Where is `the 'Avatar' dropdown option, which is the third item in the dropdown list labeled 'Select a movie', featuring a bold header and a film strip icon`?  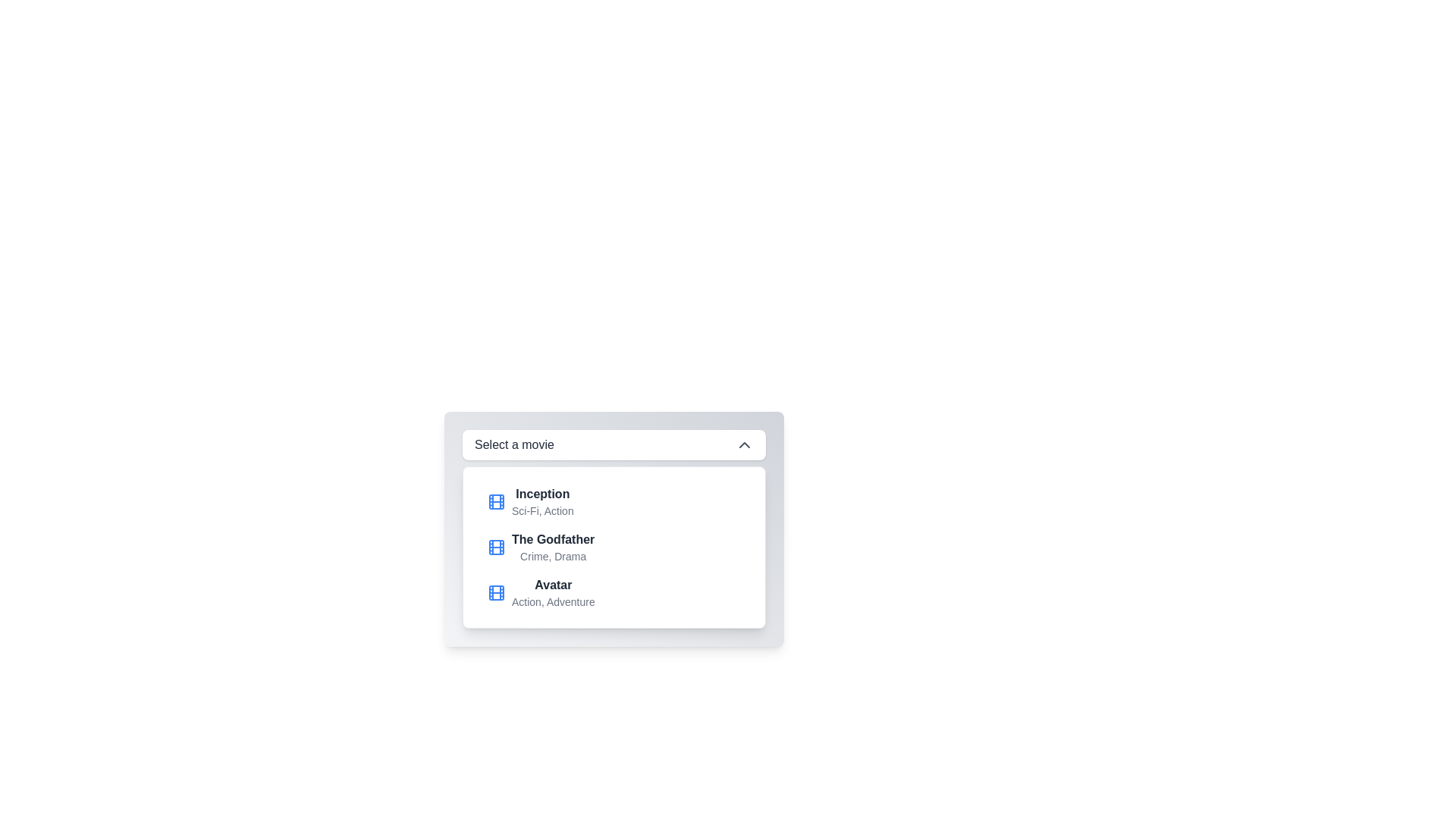
the 'Avatar' dropdown option, which is the third item in the dropdown list labeled 'Select a movie', featuring a bold header and a film strip icon is located at coordinates (541, 592).